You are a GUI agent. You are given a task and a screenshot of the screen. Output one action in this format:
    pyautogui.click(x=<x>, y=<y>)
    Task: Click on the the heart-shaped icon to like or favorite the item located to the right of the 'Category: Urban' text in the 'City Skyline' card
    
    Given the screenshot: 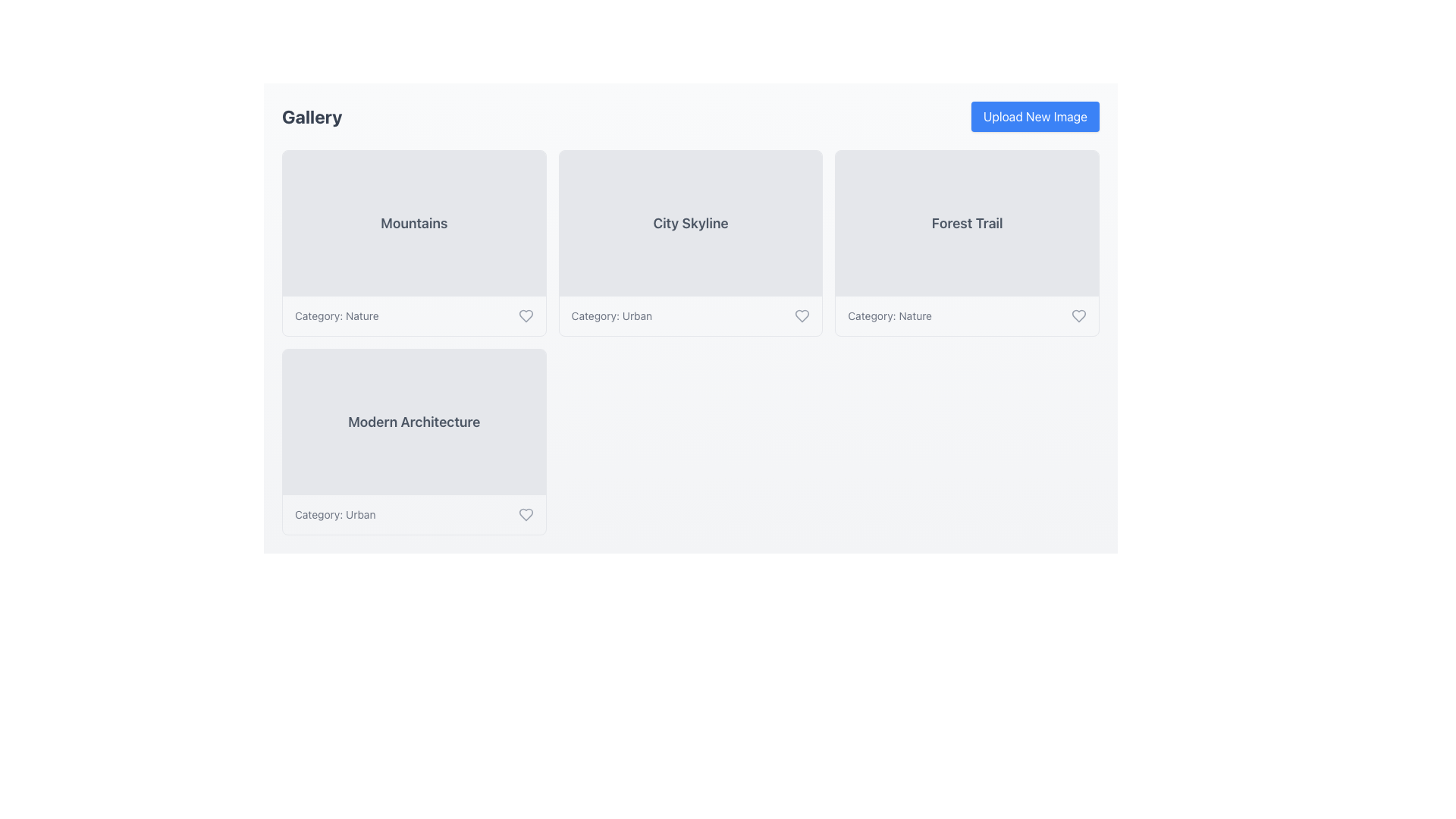 What is the action you would take?
    pyautogui.click(x=802, y=315)
    